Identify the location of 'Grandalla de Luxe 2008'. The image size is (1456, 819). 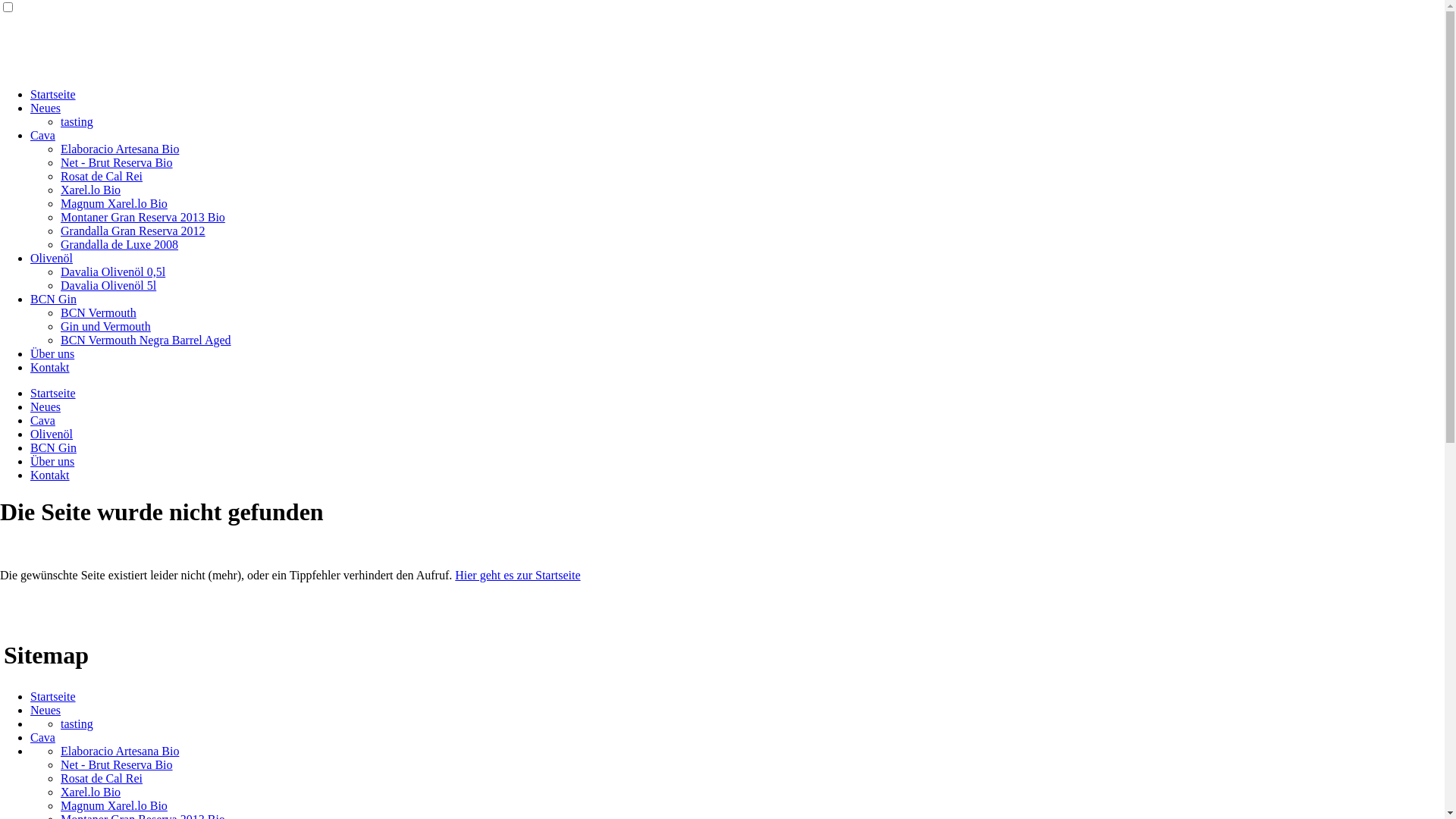
(118, 243).